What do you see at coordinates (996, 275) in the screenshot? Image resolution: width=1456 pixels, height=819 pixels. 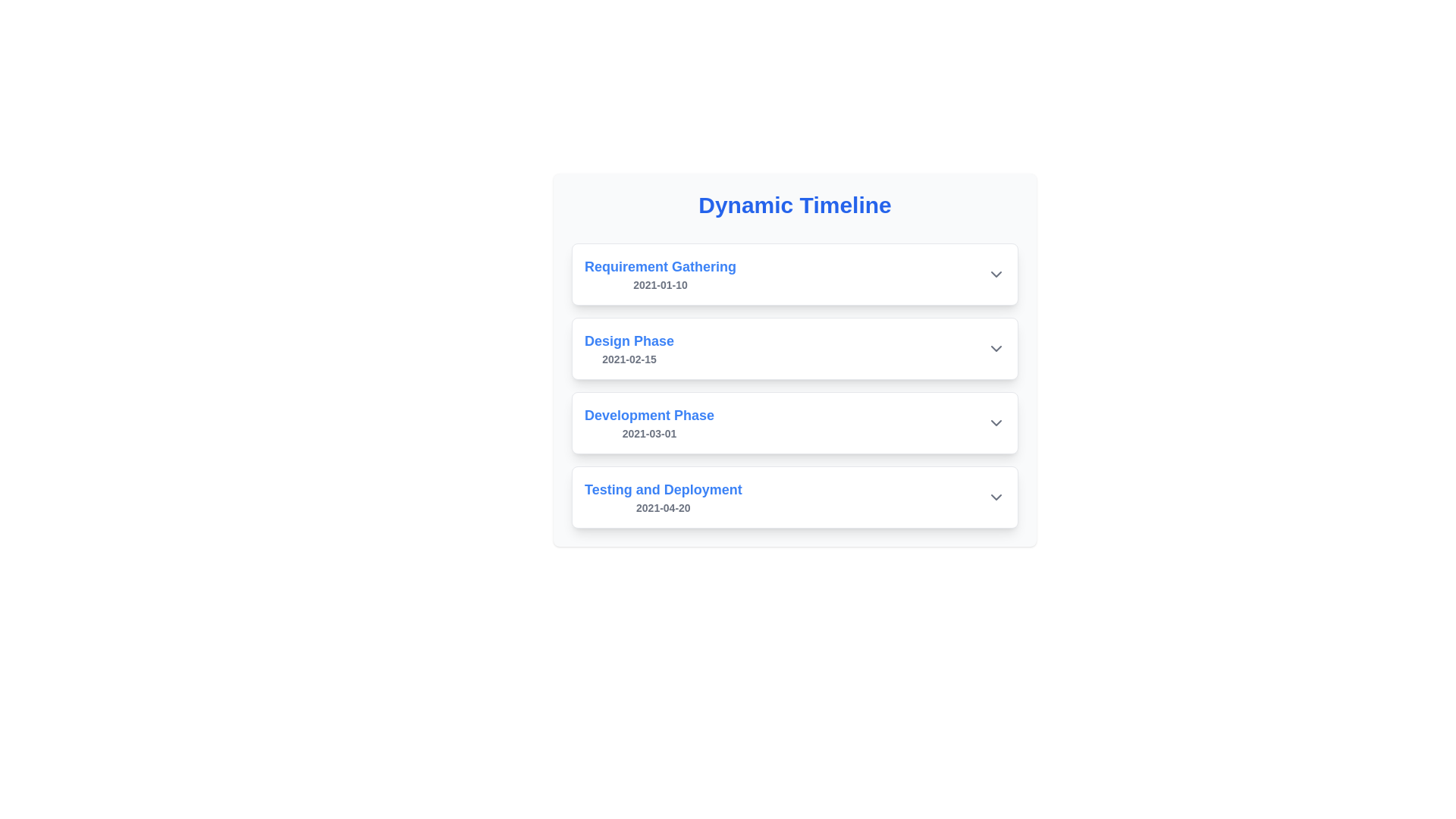 I see `the Chevron icon at the far-right end of the 'Requirement Gathering' section header` at bounding box center [996, 275].